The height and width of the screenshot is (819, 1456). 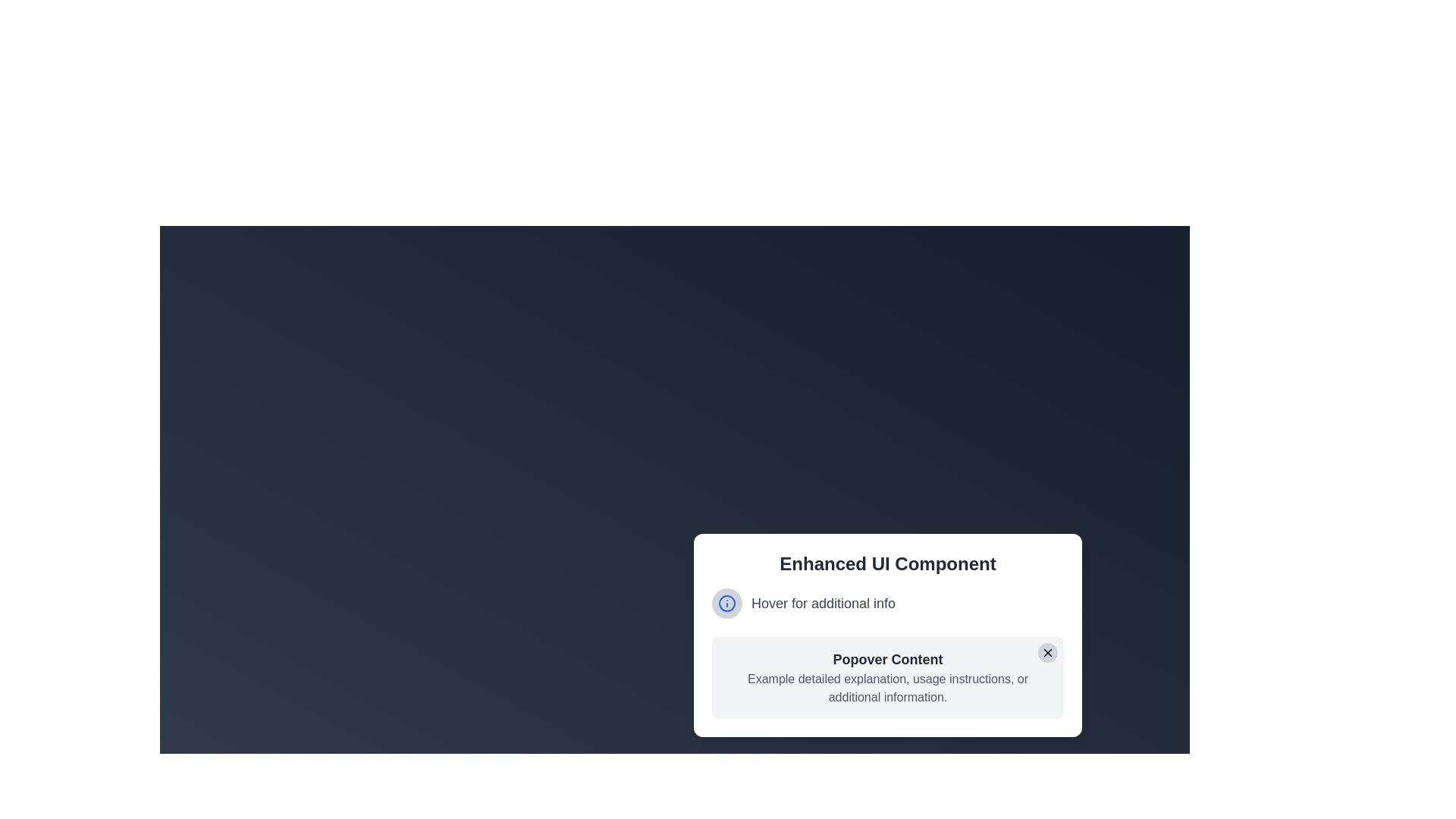 What do you see at coordinates (1047, 651) in the screenshot?
I see `the close button located in the top-right corner of the popover dialog, adjacent to the title 'Popover Content'` at bounding box center [1047, 651].